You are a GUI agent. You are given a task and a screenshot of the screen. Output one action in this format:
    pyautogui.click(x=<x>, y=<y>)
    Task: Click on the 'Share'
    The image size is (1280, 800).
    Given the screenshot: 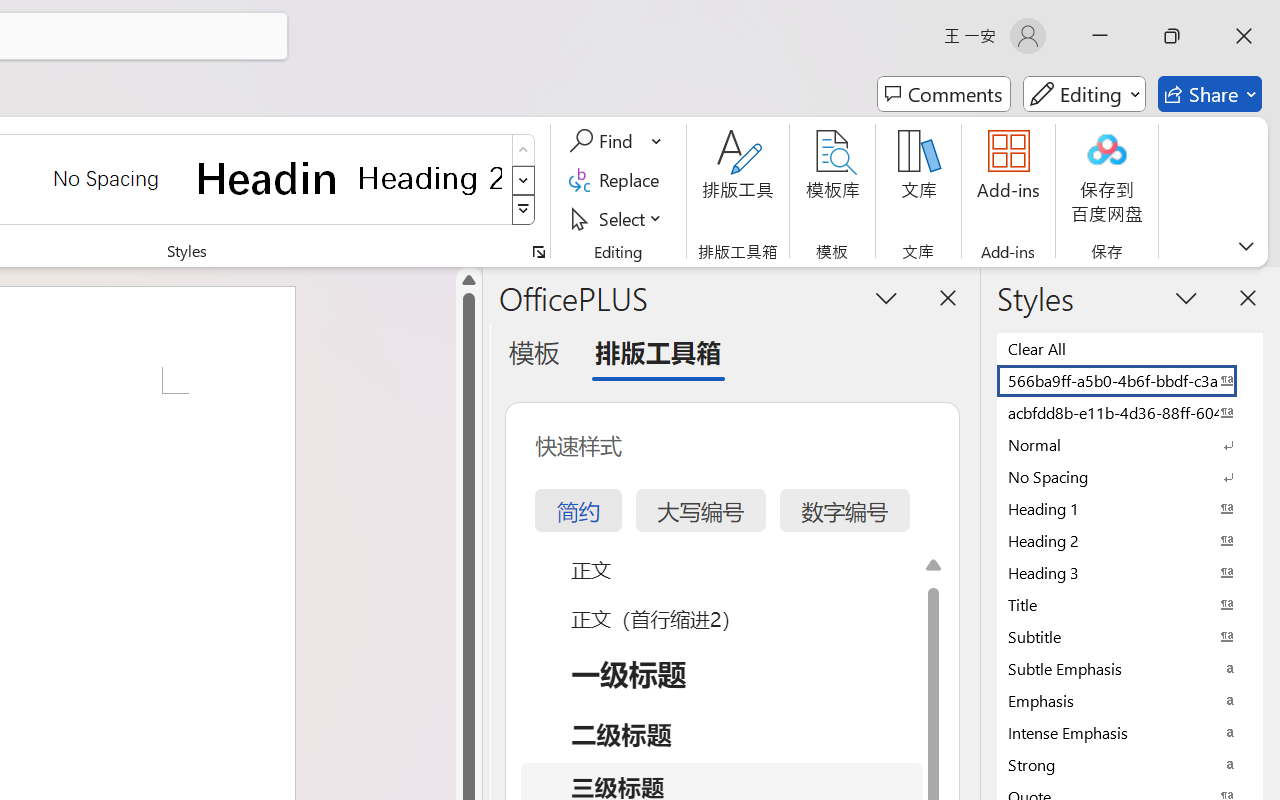 What is the action you would take?
    pyautogui.click(x=1209, y=94)
    